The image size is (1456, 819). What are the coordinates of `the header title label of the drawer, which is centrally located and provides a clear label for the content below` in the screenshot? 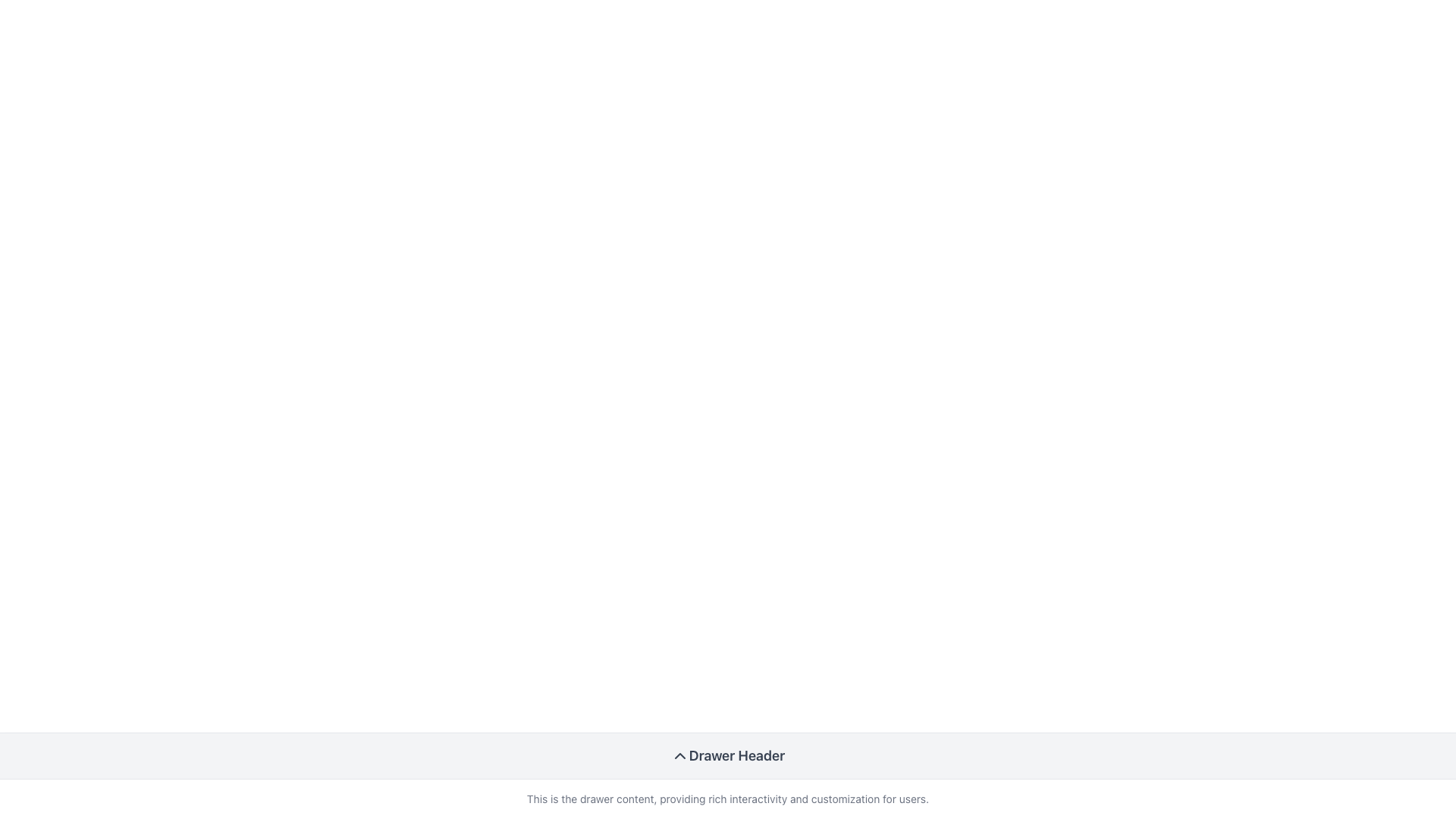 It's located at (736, 755).